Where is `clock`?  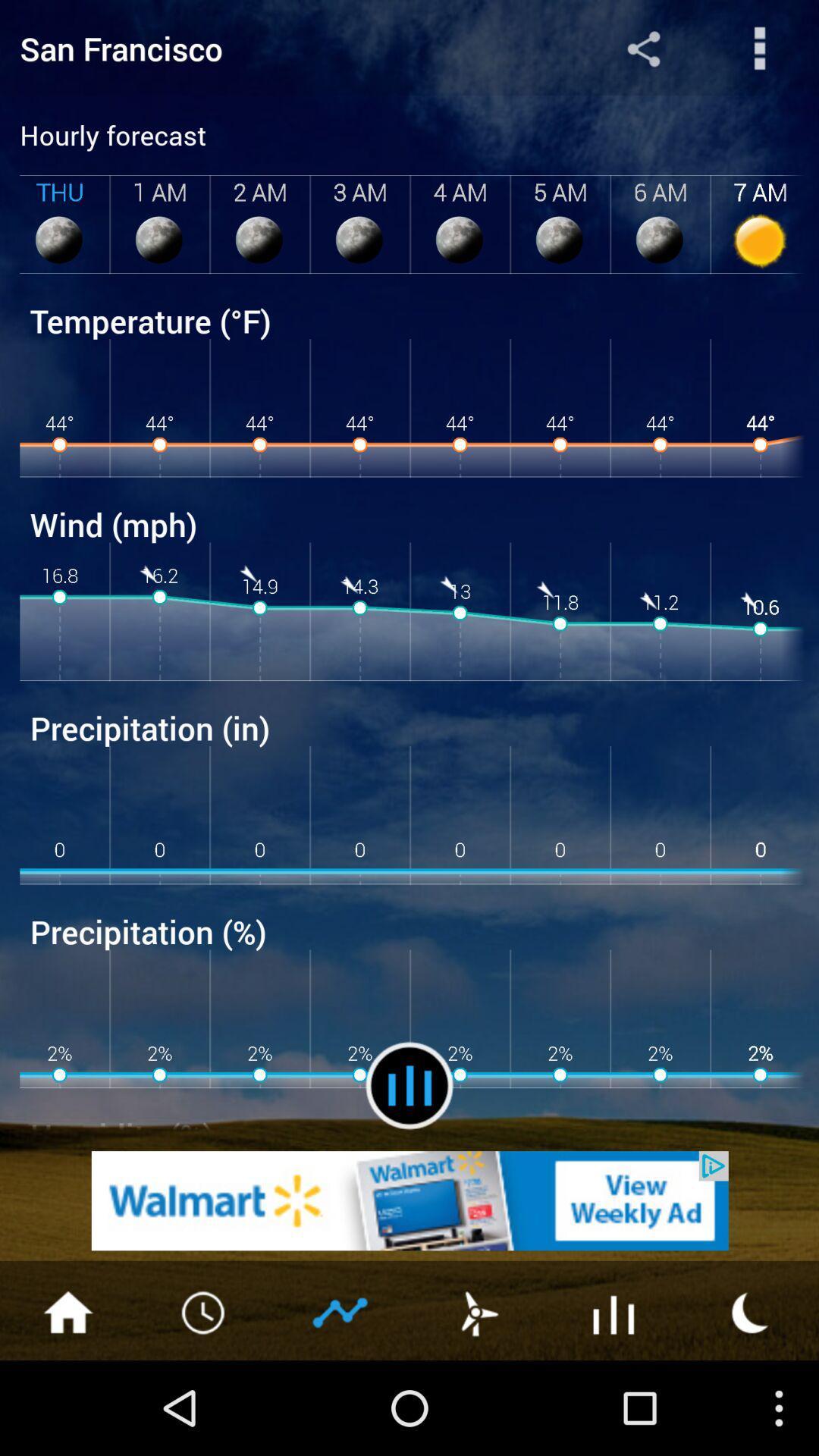
clock is located at coordinates (205, 1310).